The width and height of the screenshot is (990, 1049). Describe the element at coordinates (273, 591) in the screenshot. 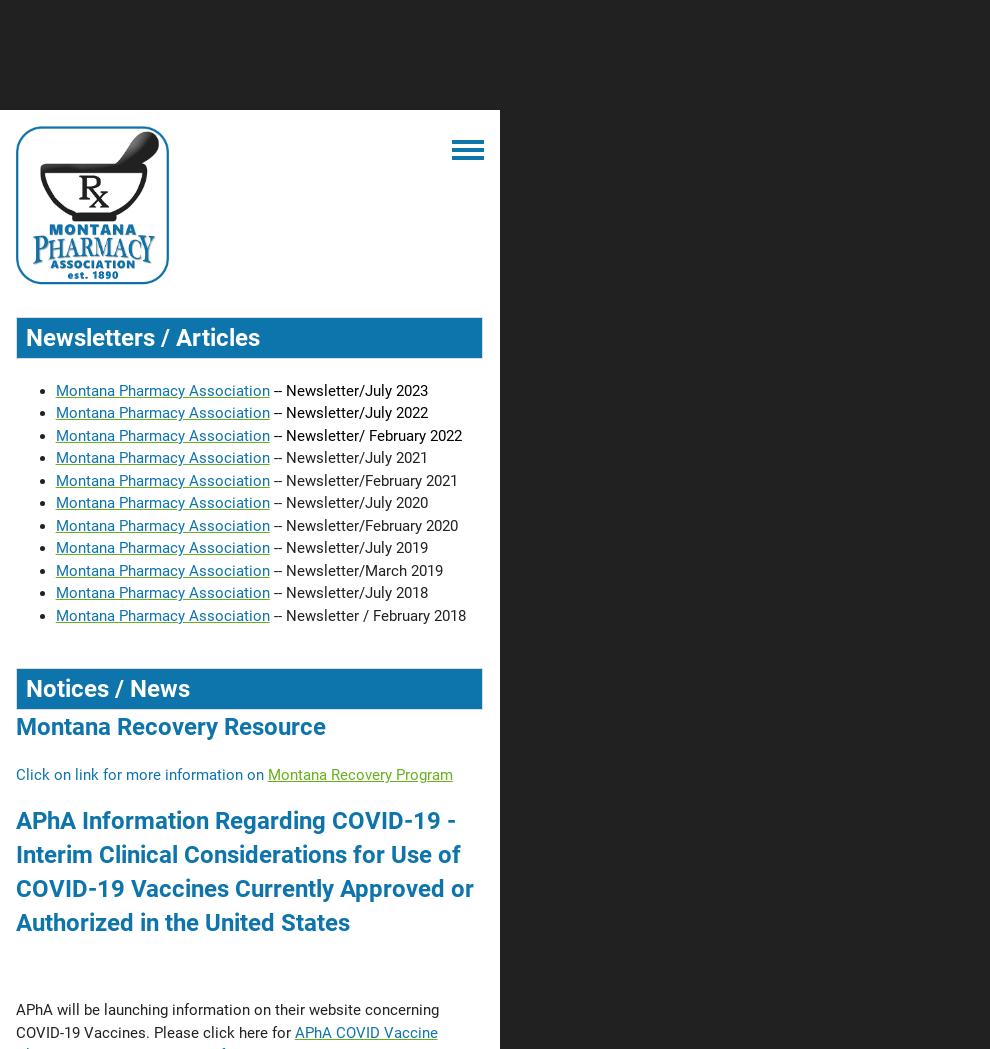

I see `'-- Newsletter/July 2018'` at that location.